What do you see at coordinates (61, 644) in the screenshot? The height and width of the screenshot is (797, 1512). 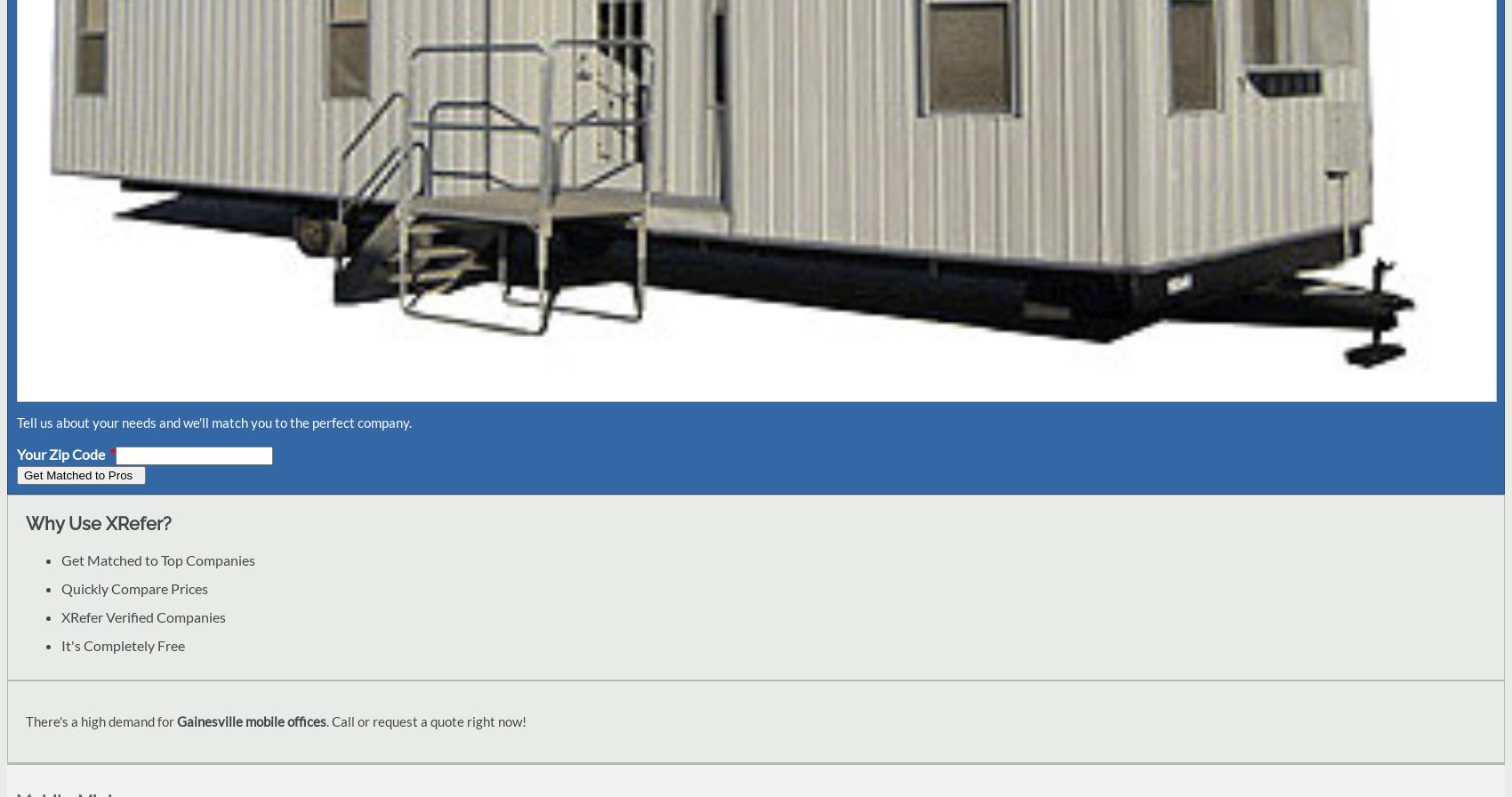 I see `'It's Completely Free'` at bounding box center [61, 644].